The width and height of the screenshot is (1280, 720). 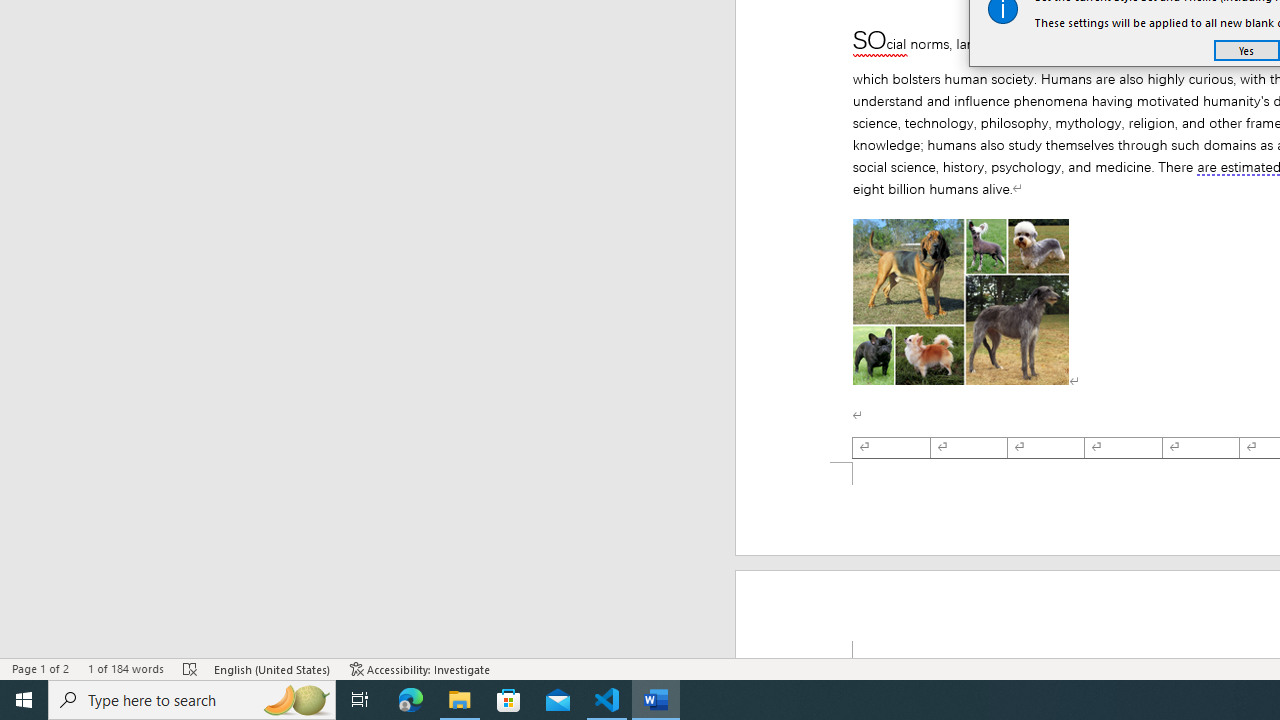 What do you see at coordinates (24, 698) in the screenshot?
I see `'Start'` at bounding box center [24, 698].